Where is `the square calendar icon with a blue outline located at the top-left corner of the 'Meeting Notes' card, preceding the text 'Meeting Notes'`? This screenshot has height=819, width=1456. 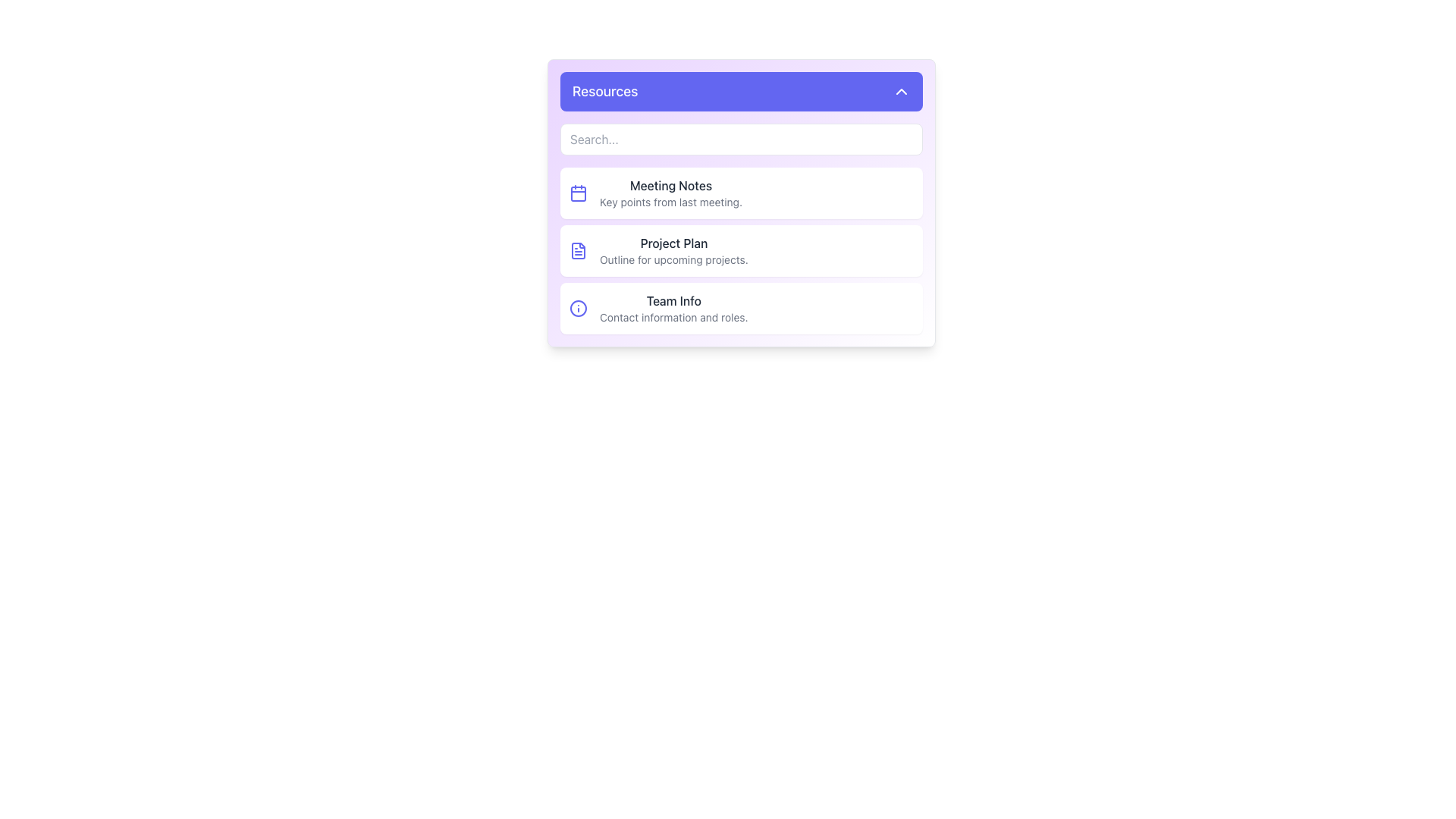 the square calendar icon with a blue outline located at the top-left corner of the 'Meeting Notes' card, preceding the text 'Meeting Notes' is located at coordinates (578, 192).